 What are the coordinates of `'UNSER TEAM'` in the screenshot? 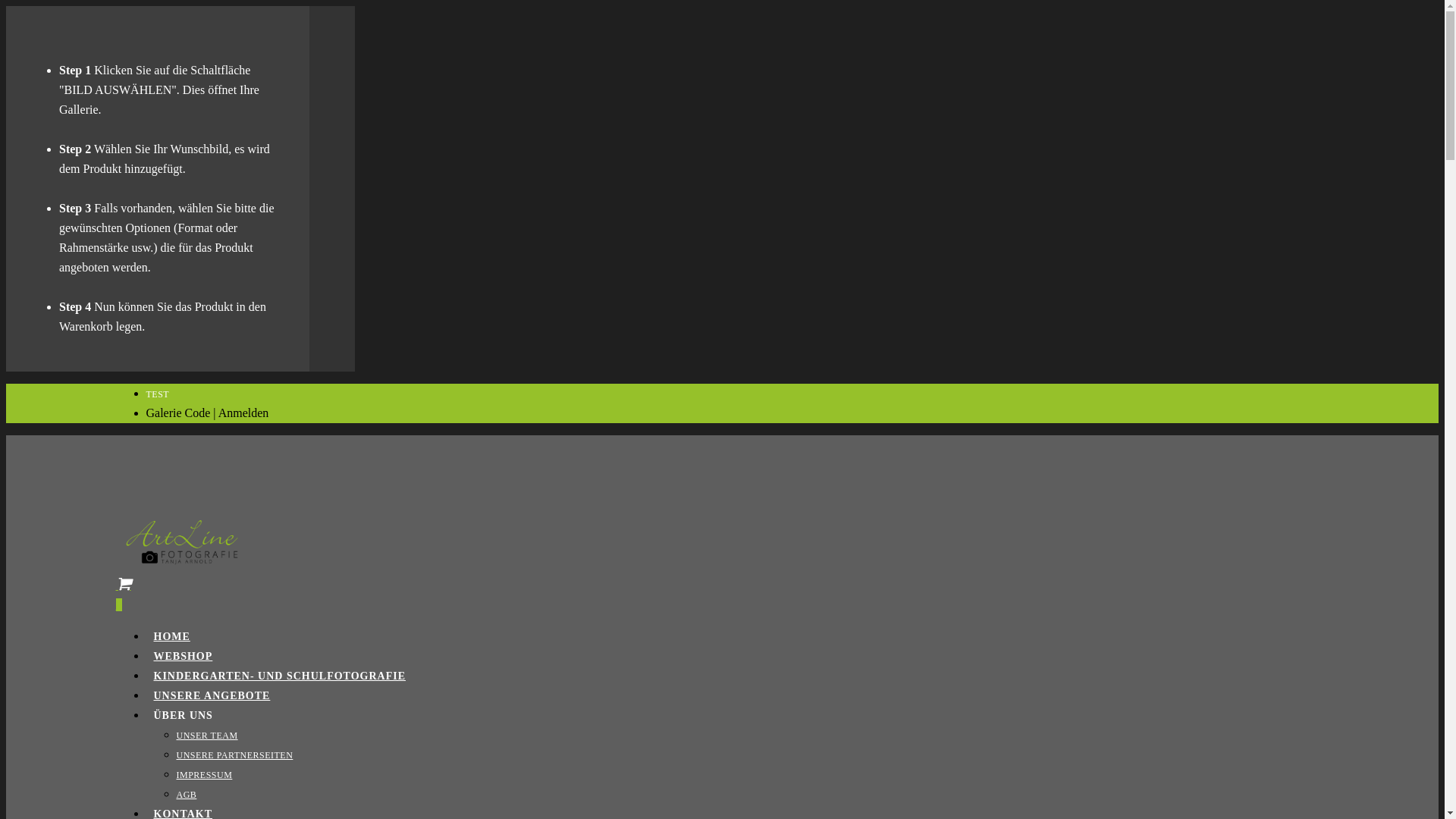 It's located at (206, 734).